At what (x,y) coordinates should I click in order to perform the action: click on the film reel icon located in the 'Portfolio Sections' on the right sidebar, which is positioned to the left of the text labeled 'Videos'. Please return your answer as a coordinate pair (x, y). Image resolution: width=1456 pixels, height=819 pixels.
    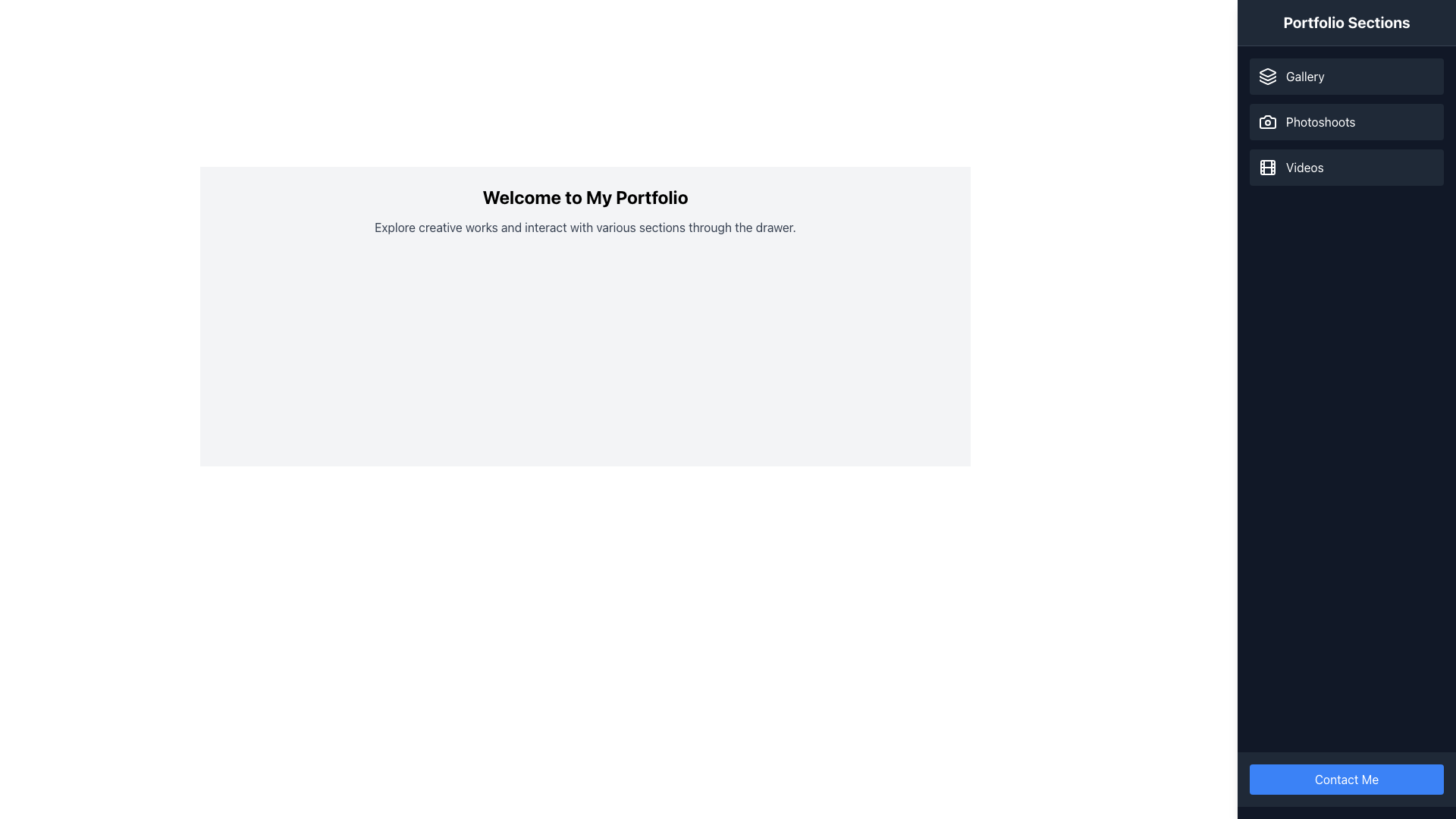
    Looking at the image, I should click on (1267, 167).